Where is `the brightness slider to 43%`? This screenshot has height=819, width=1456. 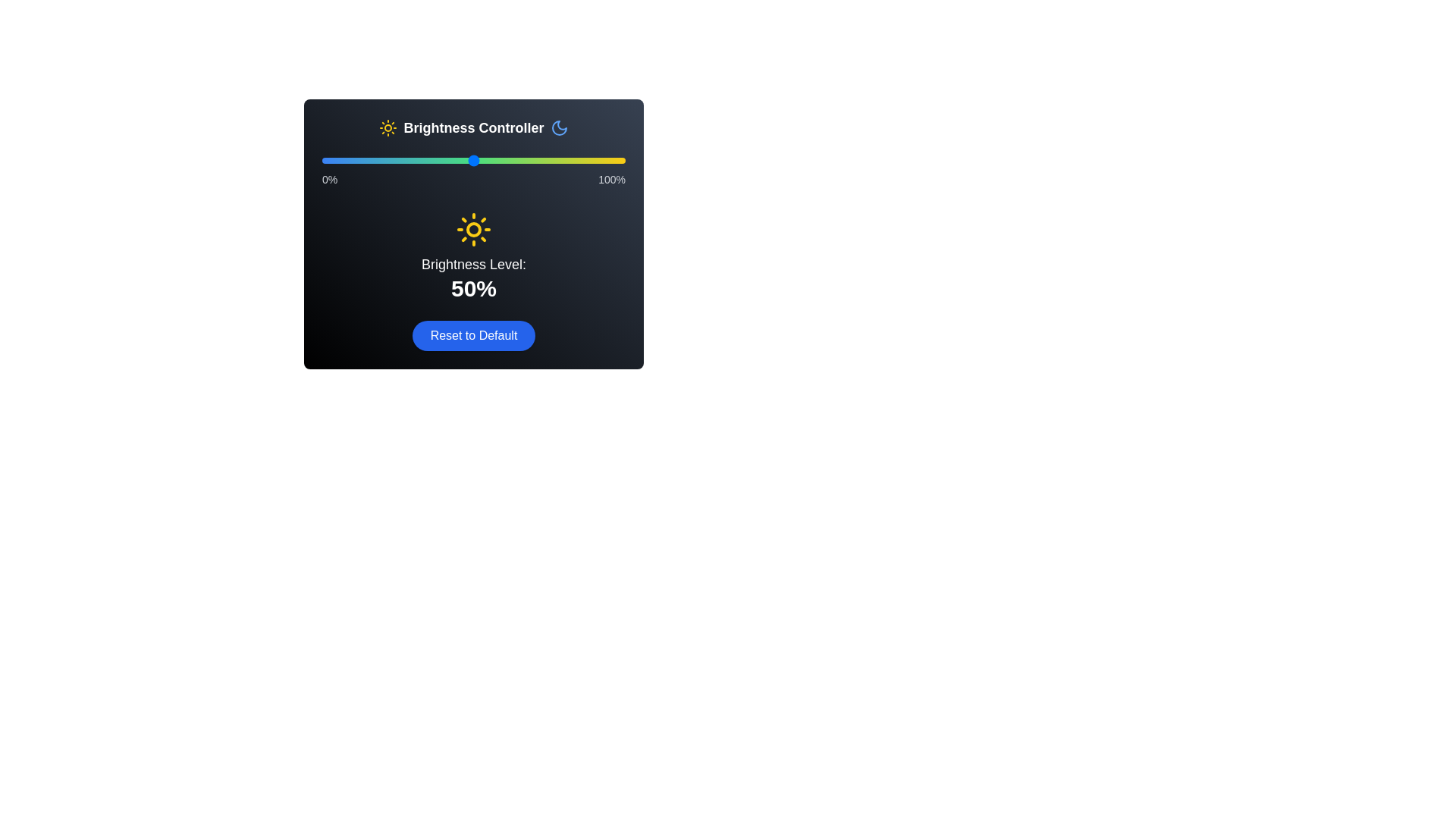 the brightness slider to 43% is located at coordinates (451, 161).